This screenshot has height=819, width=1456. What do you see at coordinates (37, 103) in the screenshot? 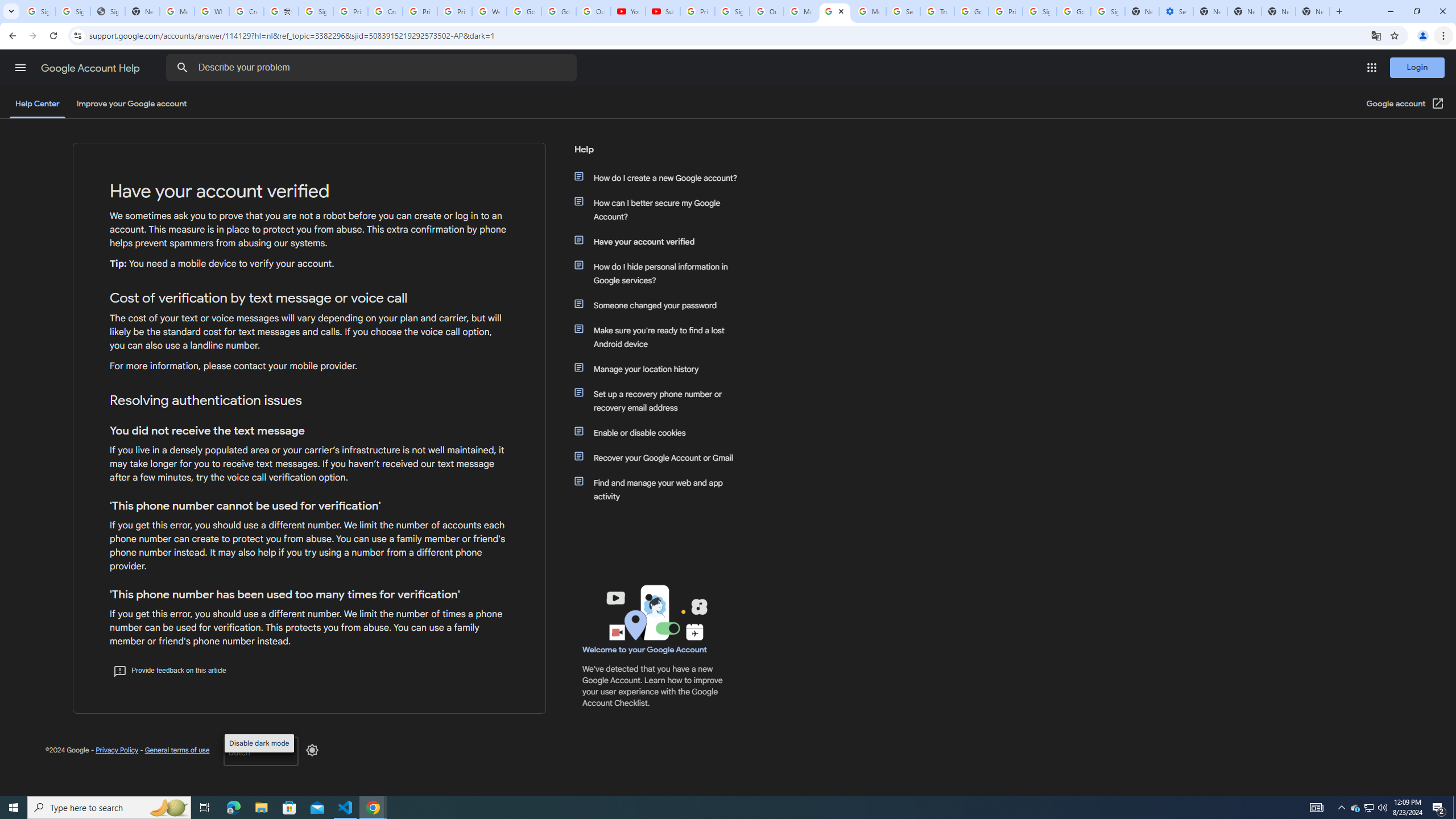
I see `'Help Center'` at bounding box center [37, 103].